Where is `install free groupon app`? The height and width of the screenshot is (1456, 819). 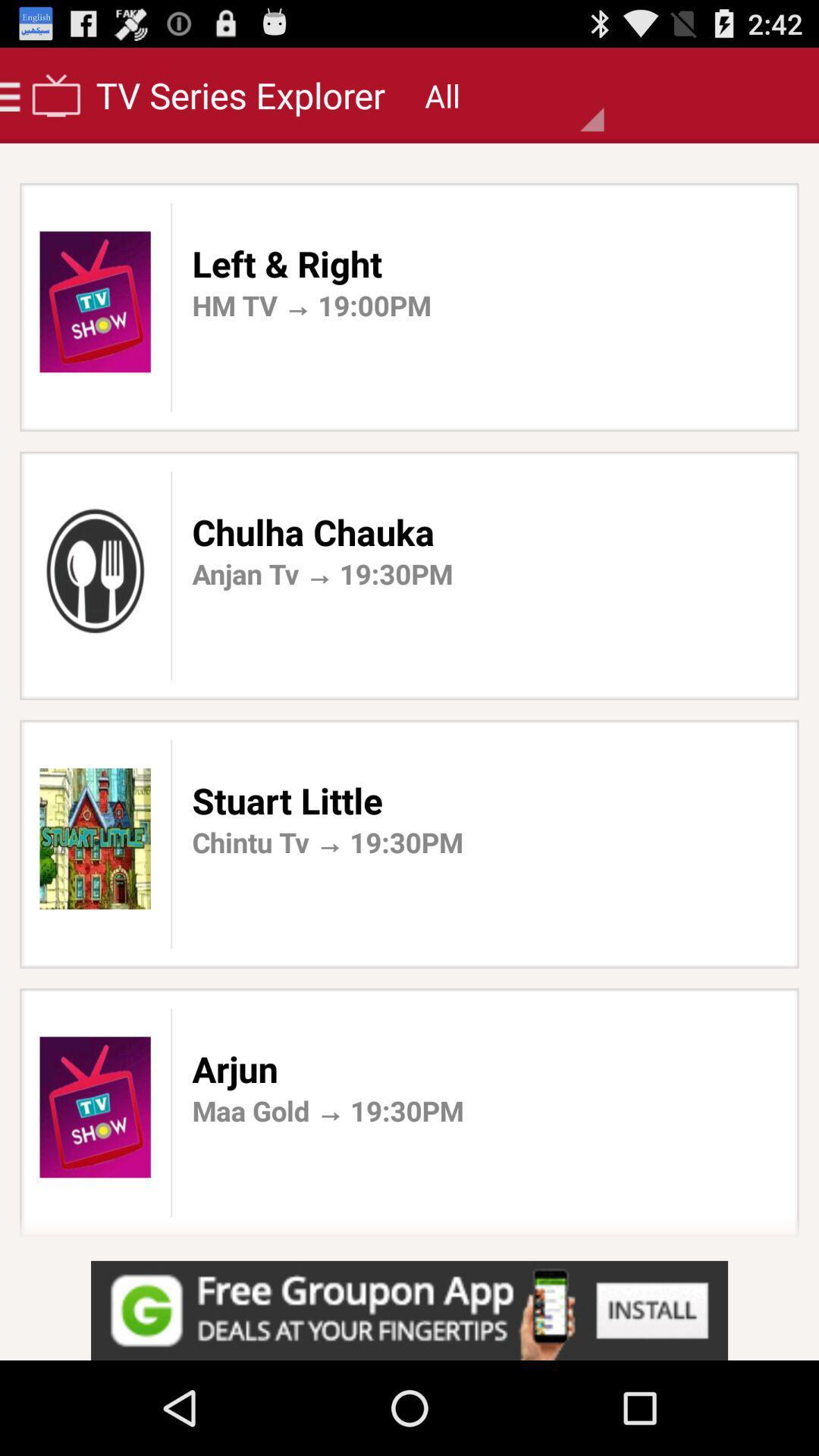 install free groupon app is located at coordinates (409, 1310).